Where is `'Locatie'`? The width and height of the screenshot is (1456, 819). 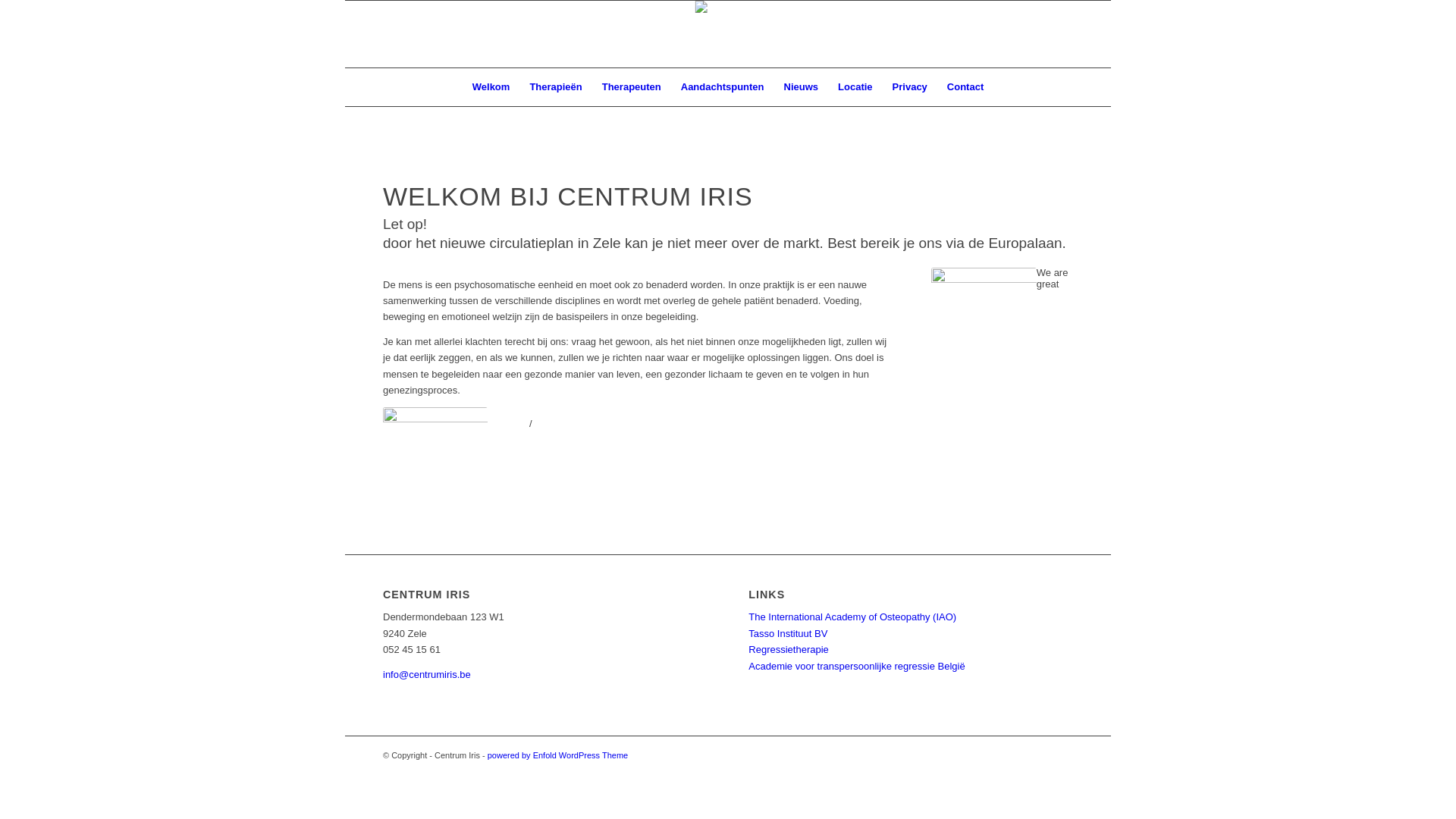 'Locatie' is located at coordinates (855, 87).